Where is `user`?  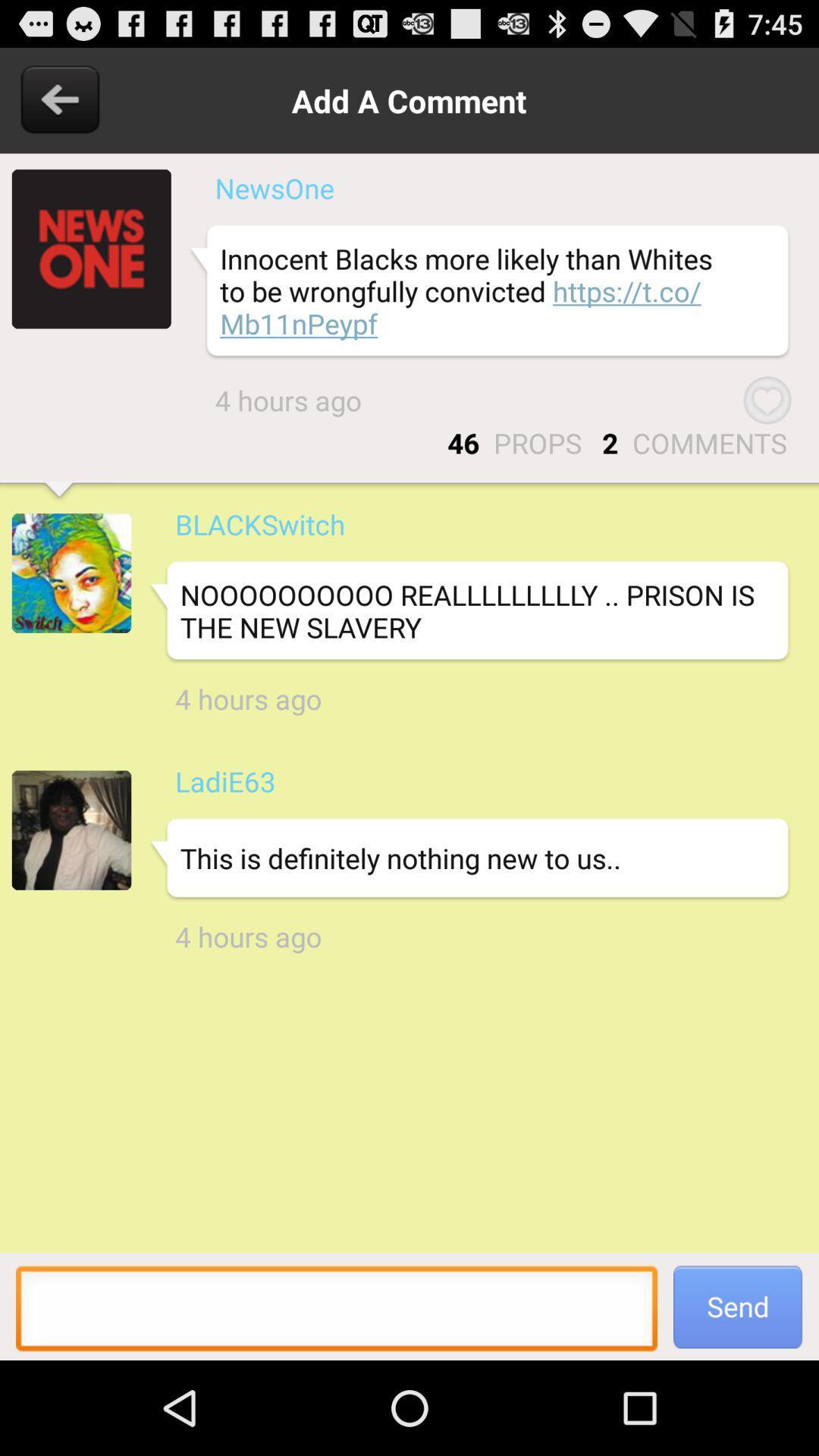
user is located at coordinates (71, 572).